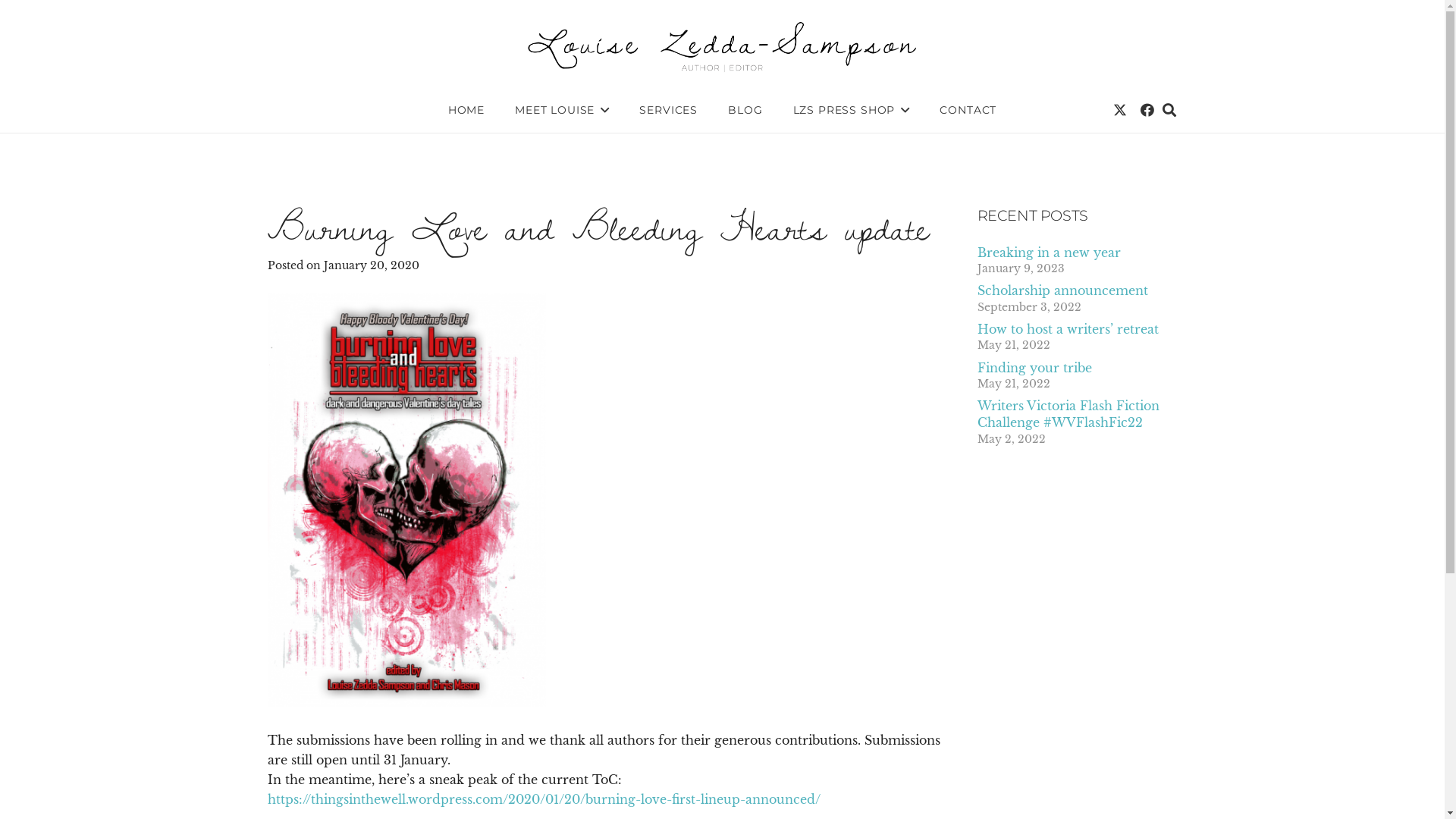 This screenshot has width=1456, height=819. What do you see at coordinates (1033, 368) in the screenshot?
I see `'Finding your tribe'` at bounding box center [1033, 368].